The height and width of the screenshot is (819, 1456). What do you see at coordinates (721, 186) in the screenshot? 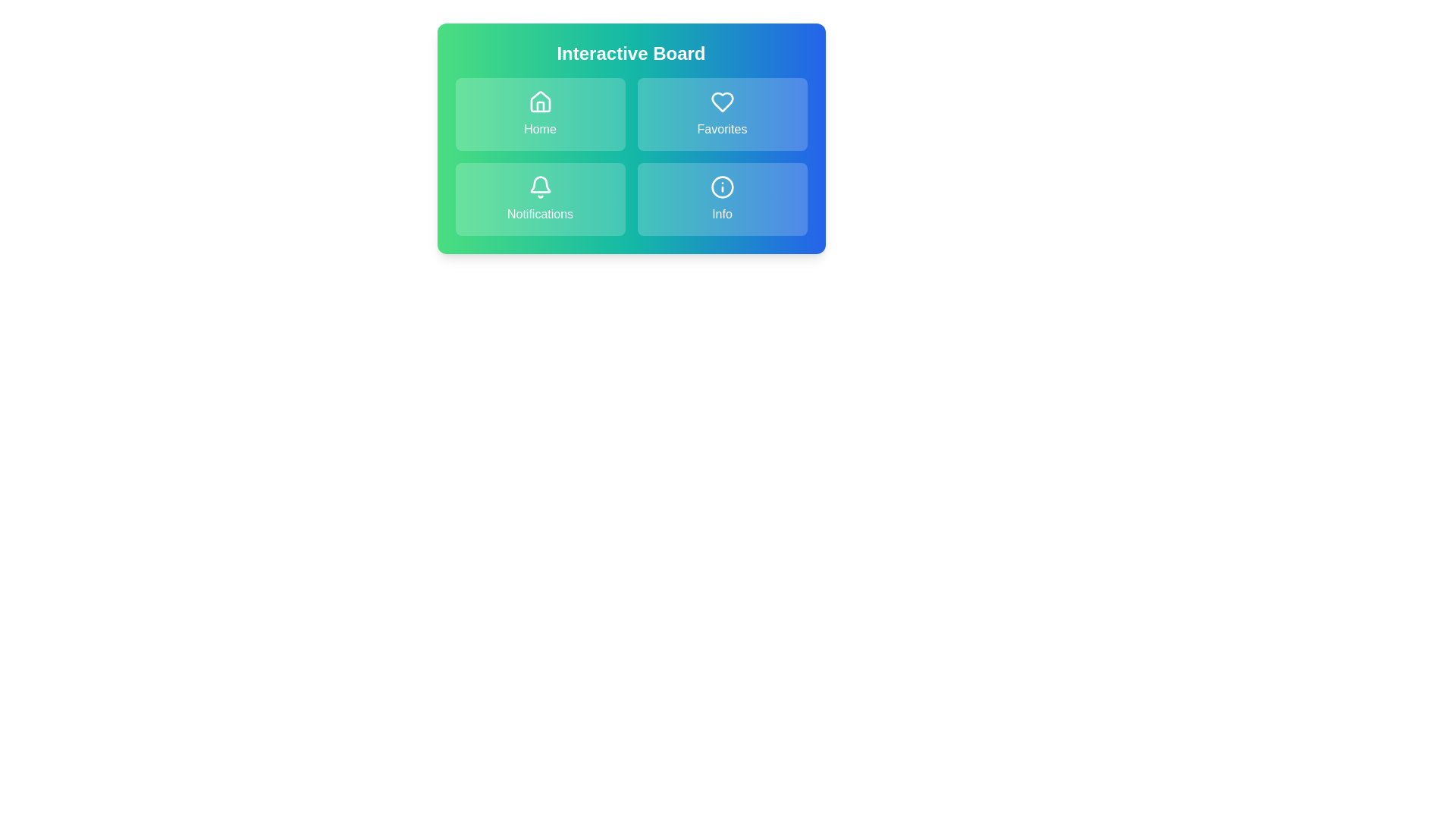
I see `the information icon located in the bottom-right corner of the 2x2 grid within the 'Interactive Board' card` at bounding box center [721, 186].